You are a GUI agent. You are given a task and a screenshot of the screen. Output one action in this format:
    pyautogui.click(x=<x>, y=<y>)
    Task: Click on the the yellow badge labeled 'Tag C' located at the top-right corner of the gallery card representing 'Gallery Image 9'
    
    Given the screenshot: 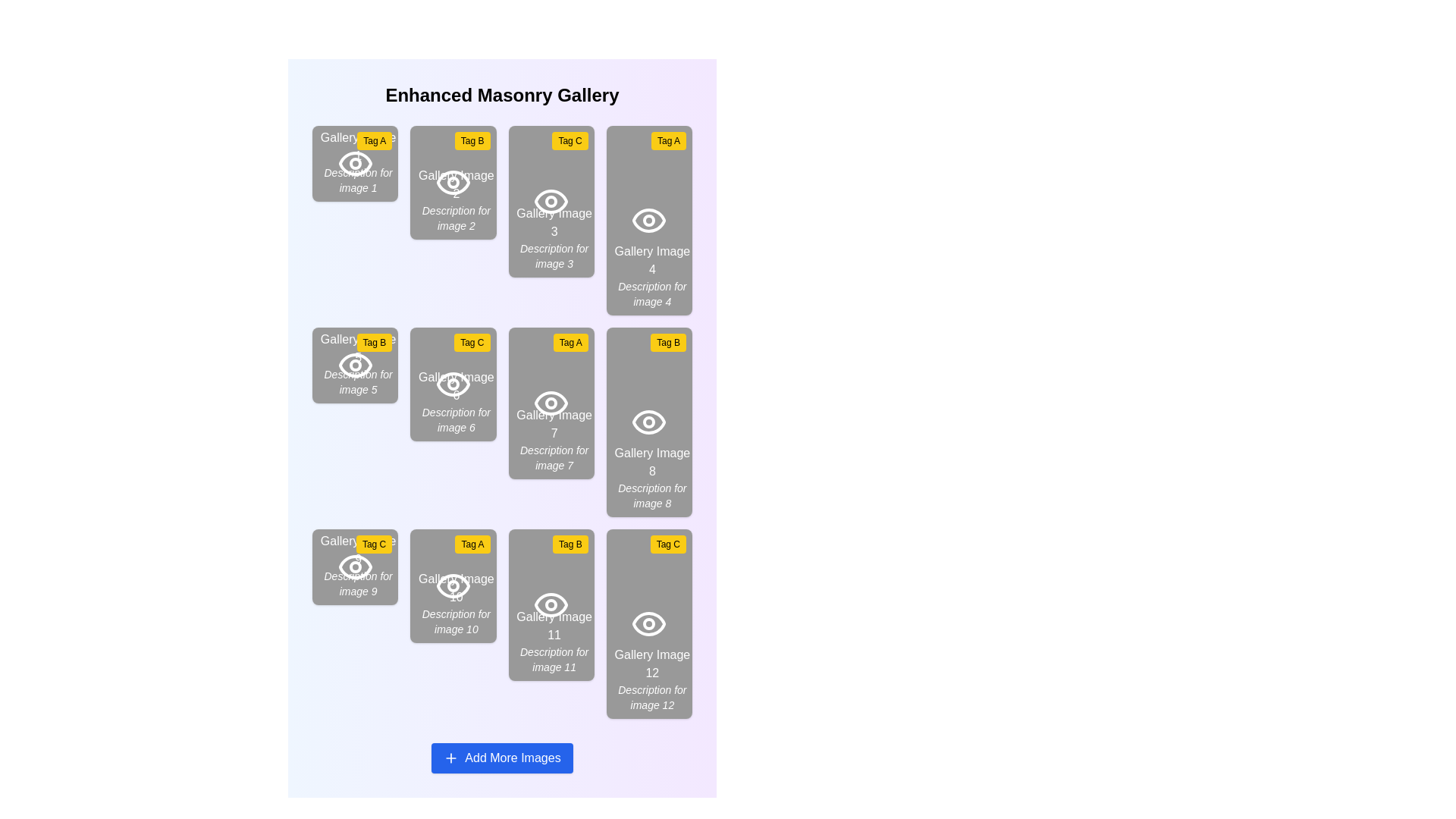 What is the action you would take?
    pyautogui.click(x=354, y=567)
    